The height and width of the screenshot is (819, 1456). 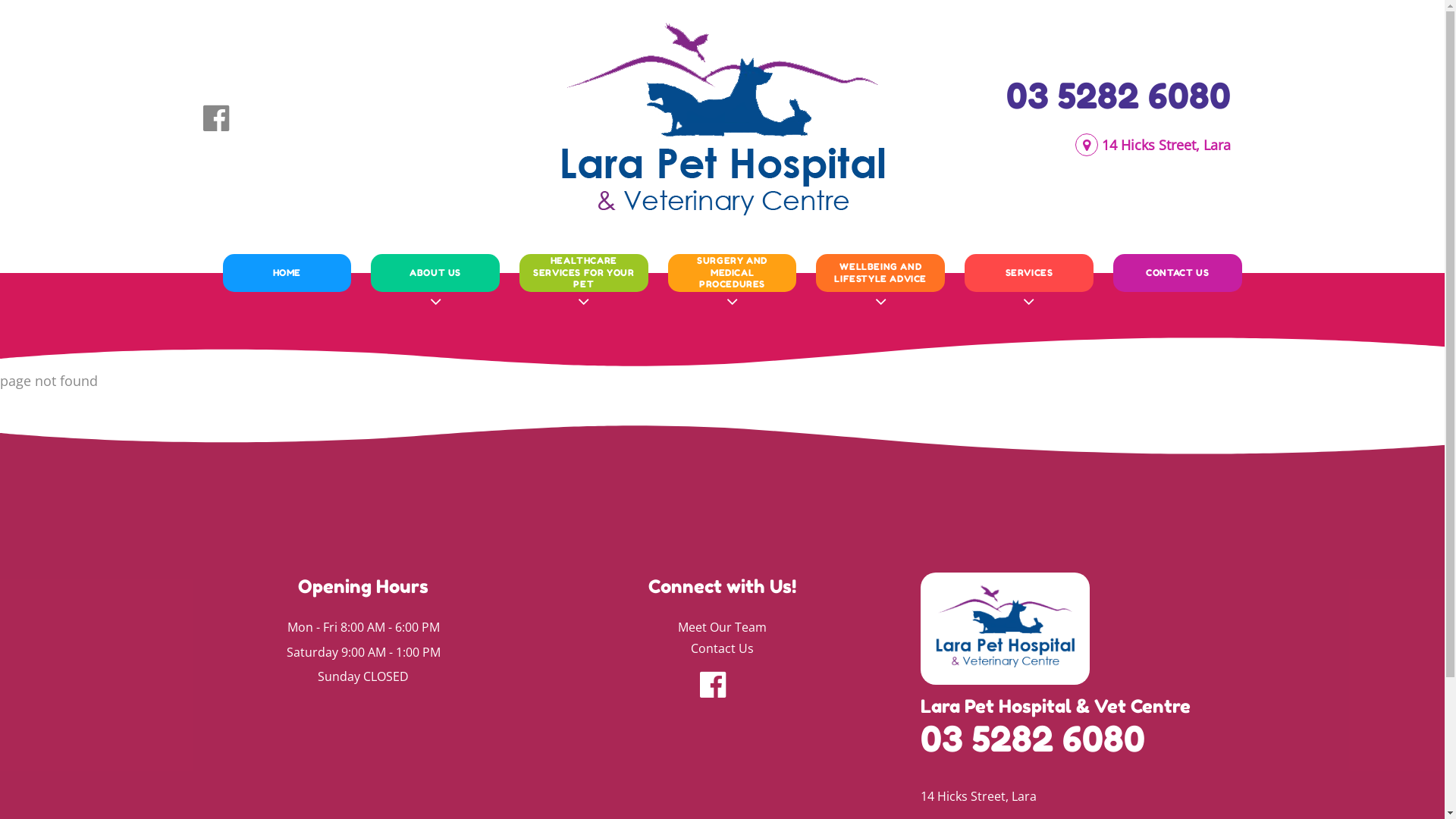 I want to click on 'Meet Our Team', so click(x=721, y=627).